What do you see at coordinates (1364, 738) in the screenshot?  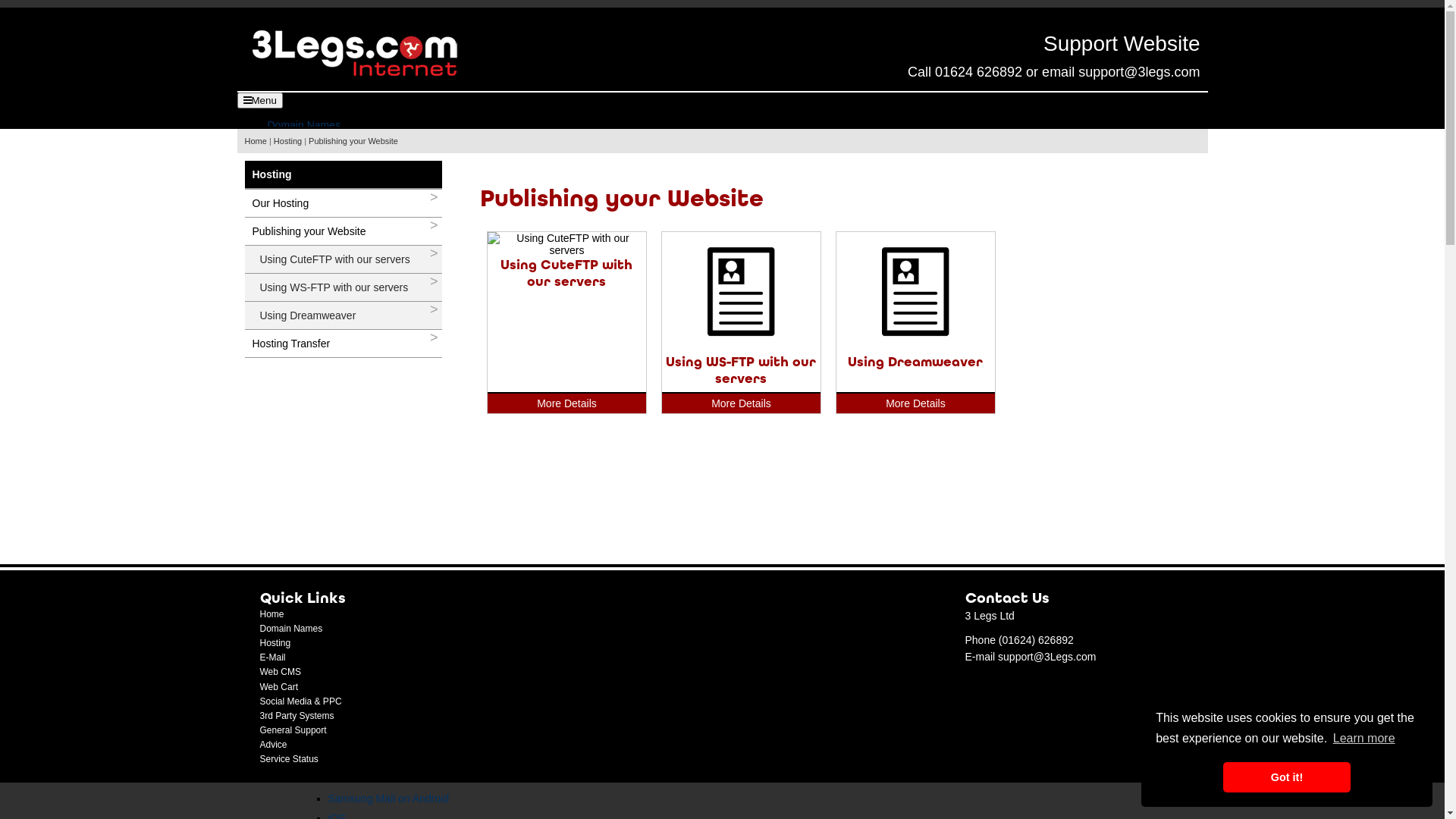 I see `'Learn more'` at bounding box center [1364, 738].